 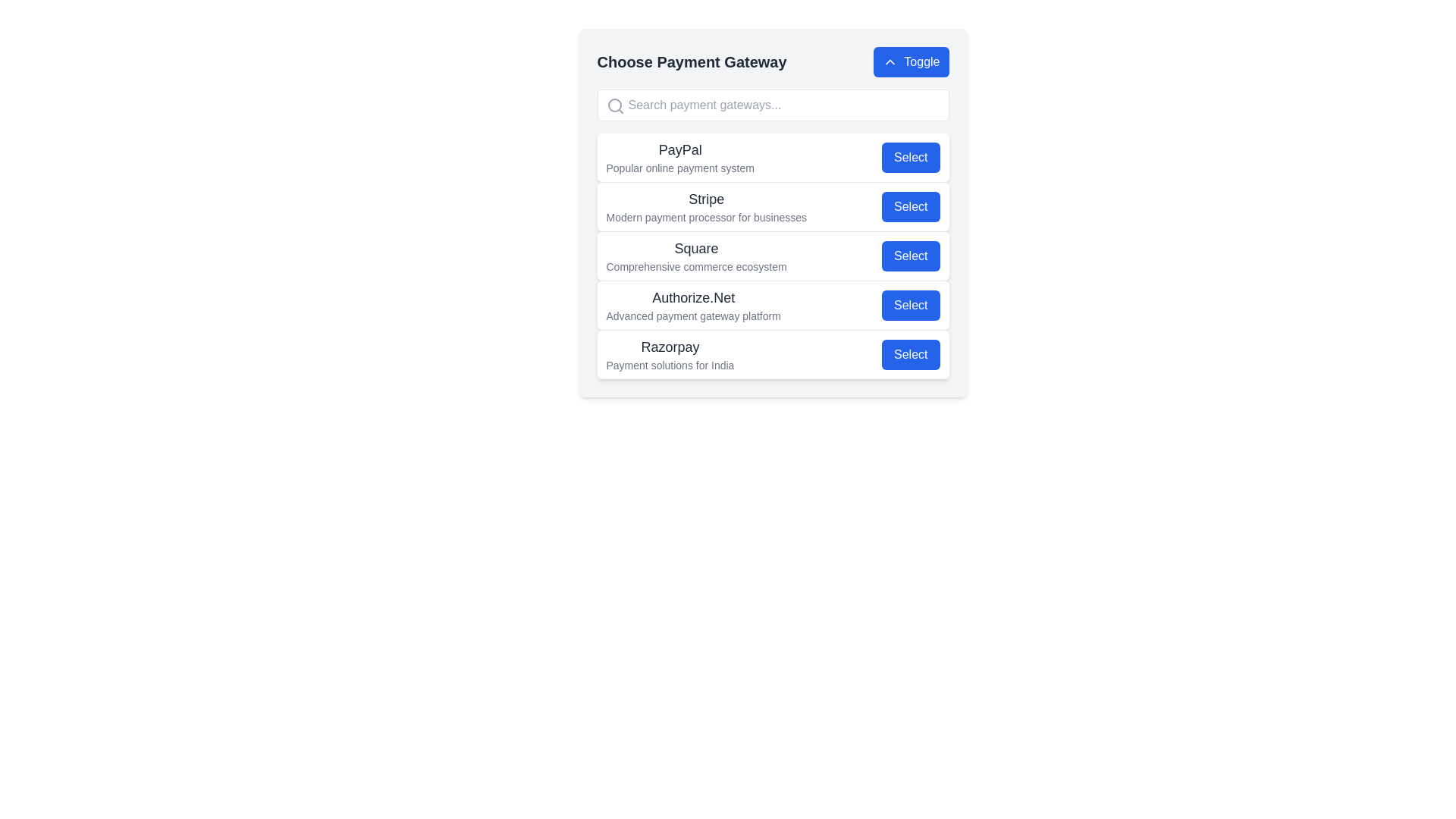 I want to click on the descriptive text label that provides additional information about the 'Square' payment option, located below the 'Square' text and above the 'Select' button in the payment options list, so click(x=695, y=265).